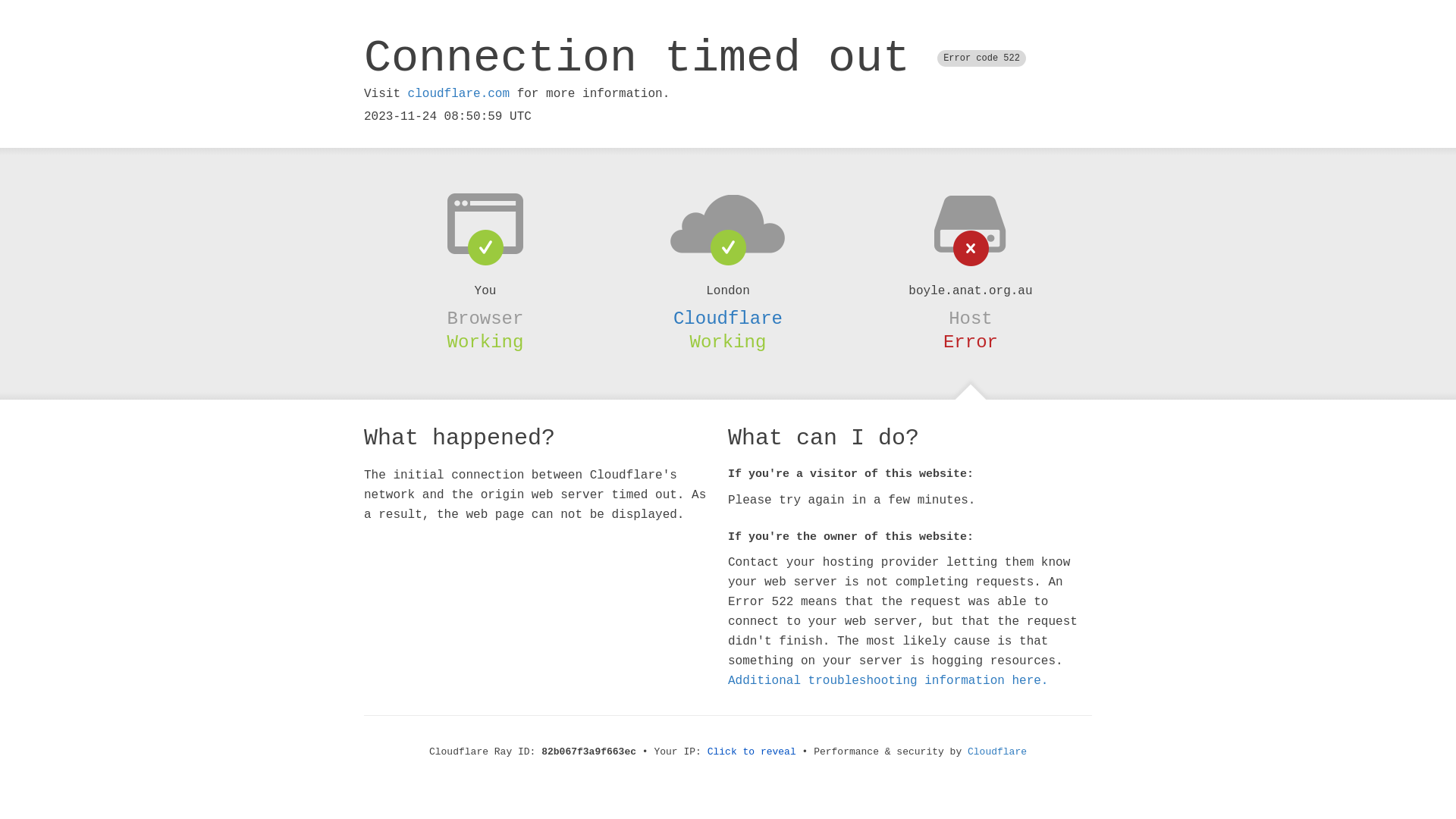 Image resolution: width=1456 pixels, height=819 pixels. What do you see at coordinates (997, 752) in the screenshot?
I see `'Cloudflare'` at bounding box center [997, 752].